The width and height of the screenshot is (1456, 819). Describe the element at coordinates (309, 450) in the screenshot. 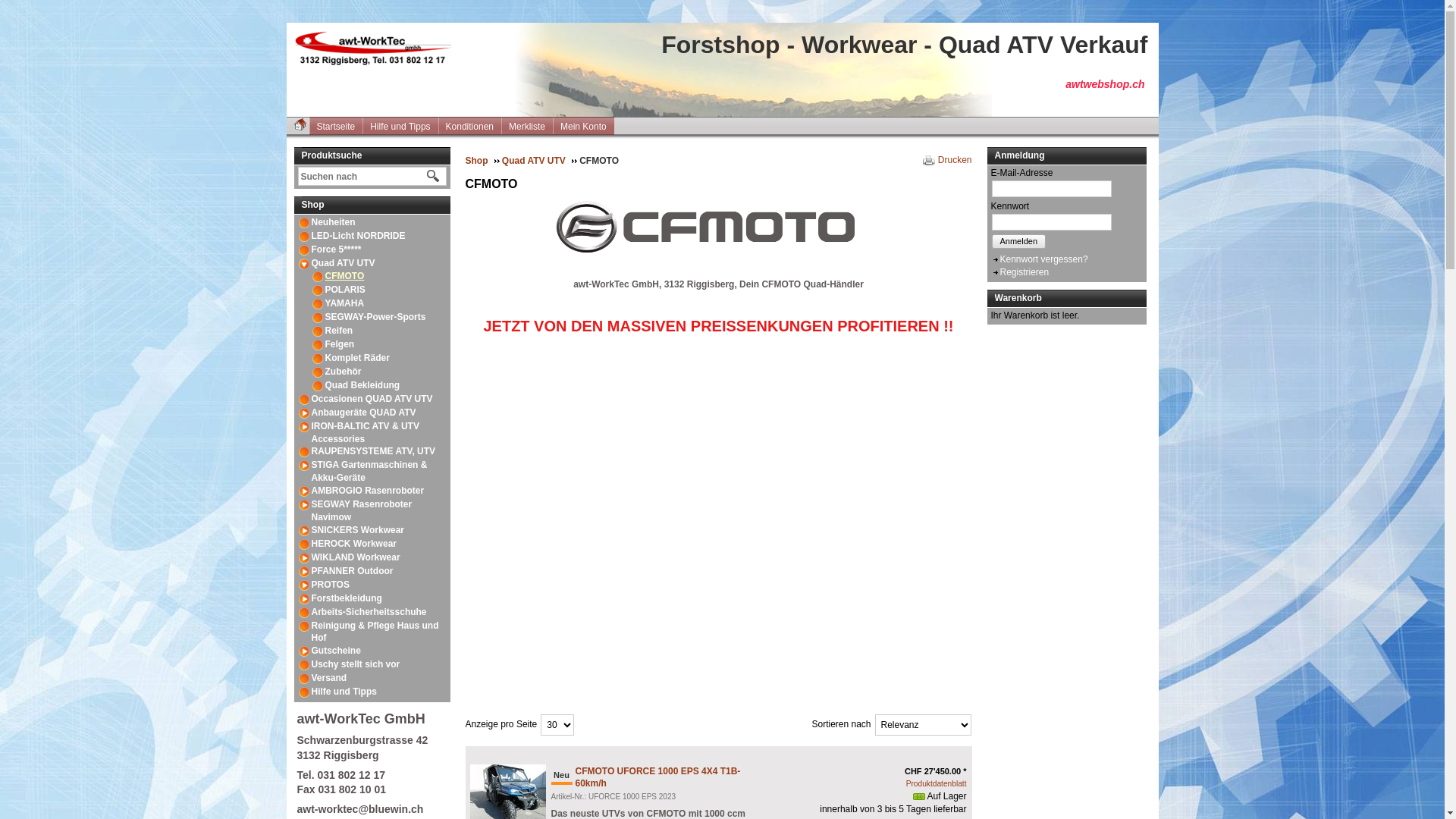

I see `'RAUPENSYSTEME ATV, UTV'` at that location.